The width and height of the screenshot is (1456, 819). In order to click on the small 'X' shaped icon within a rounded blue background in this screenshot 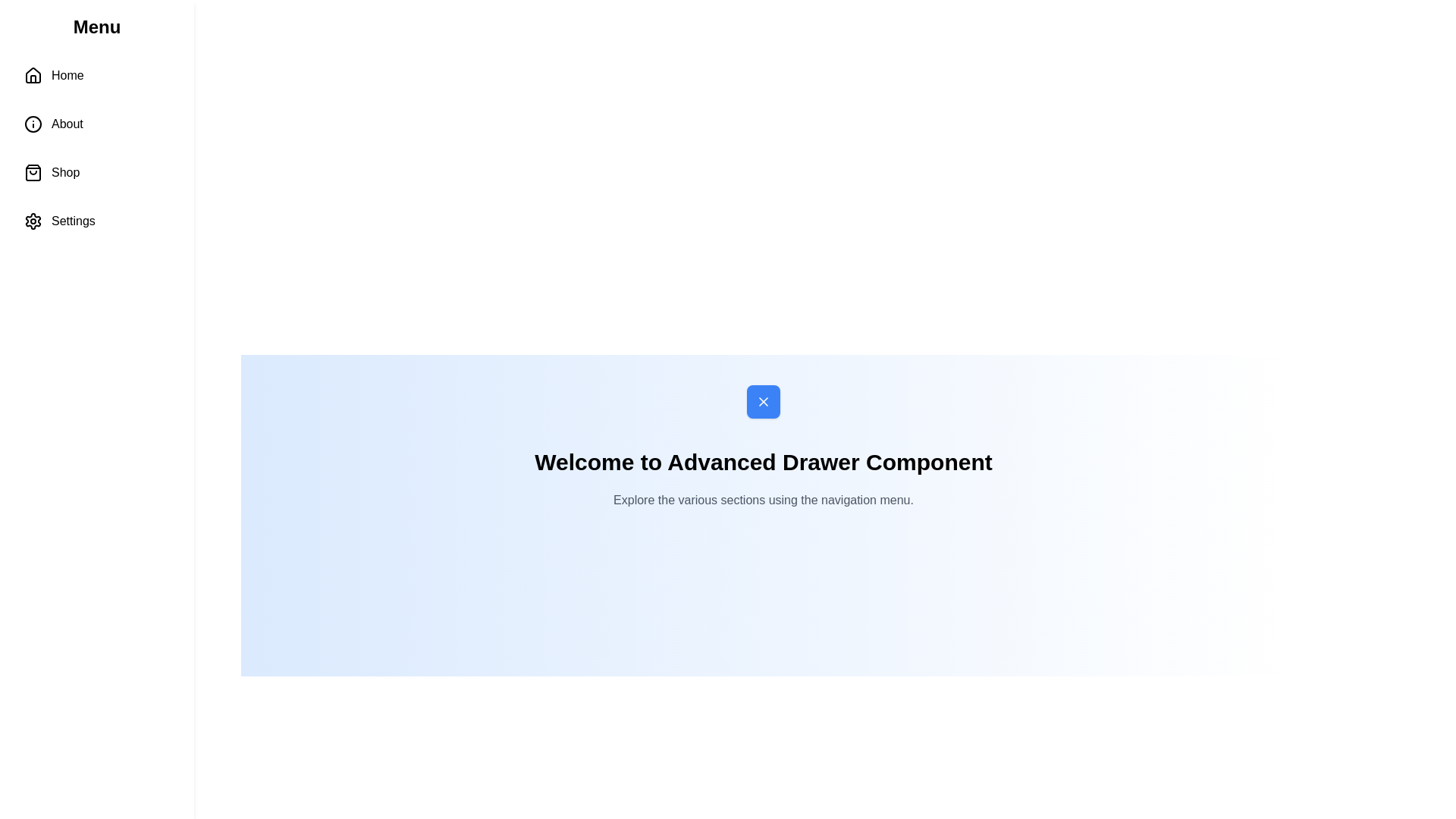, I will do `click(764, 400)`.